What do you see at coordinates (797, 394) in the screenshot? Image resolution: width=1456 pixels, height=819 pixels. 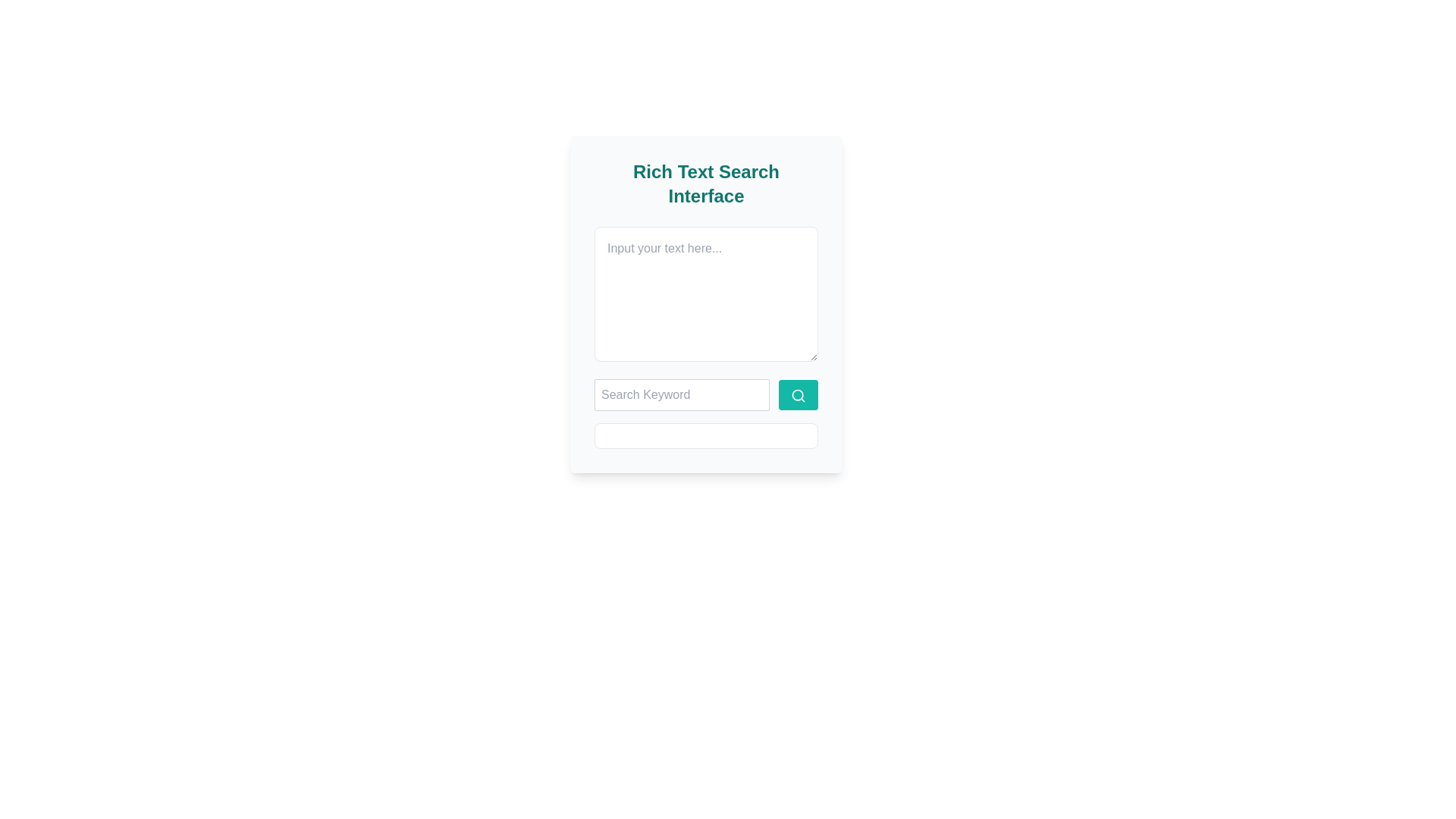 I see `the search icon located inside the button to the right of the 'Search Keyword' input field` at bounding box center [797, 394].